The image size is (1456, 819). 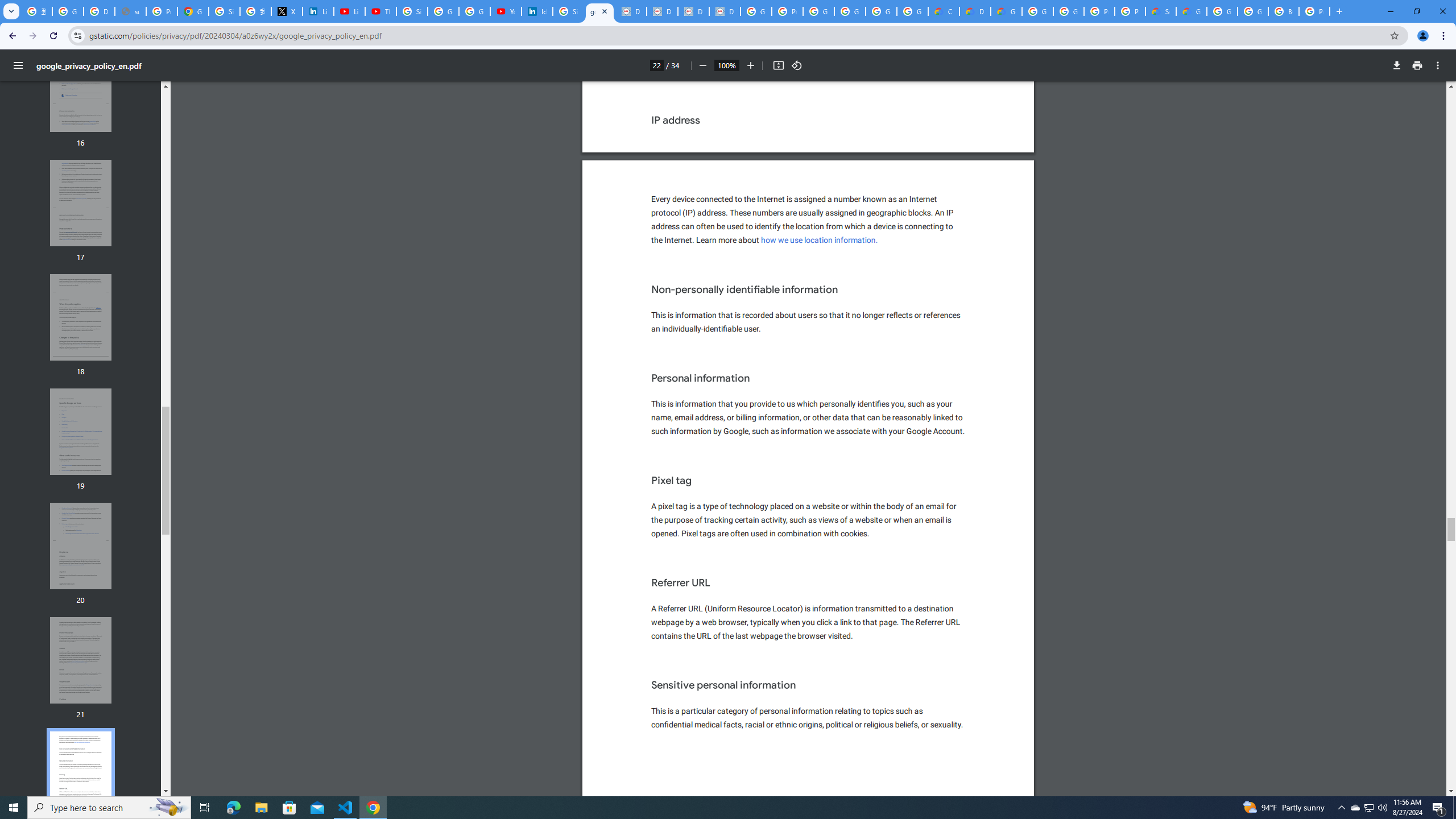 What do you see at coordinates (317, 11) in the screenshot?
I see `'LinkedIn Privacy Policy'` at bounding box center [317, 11].